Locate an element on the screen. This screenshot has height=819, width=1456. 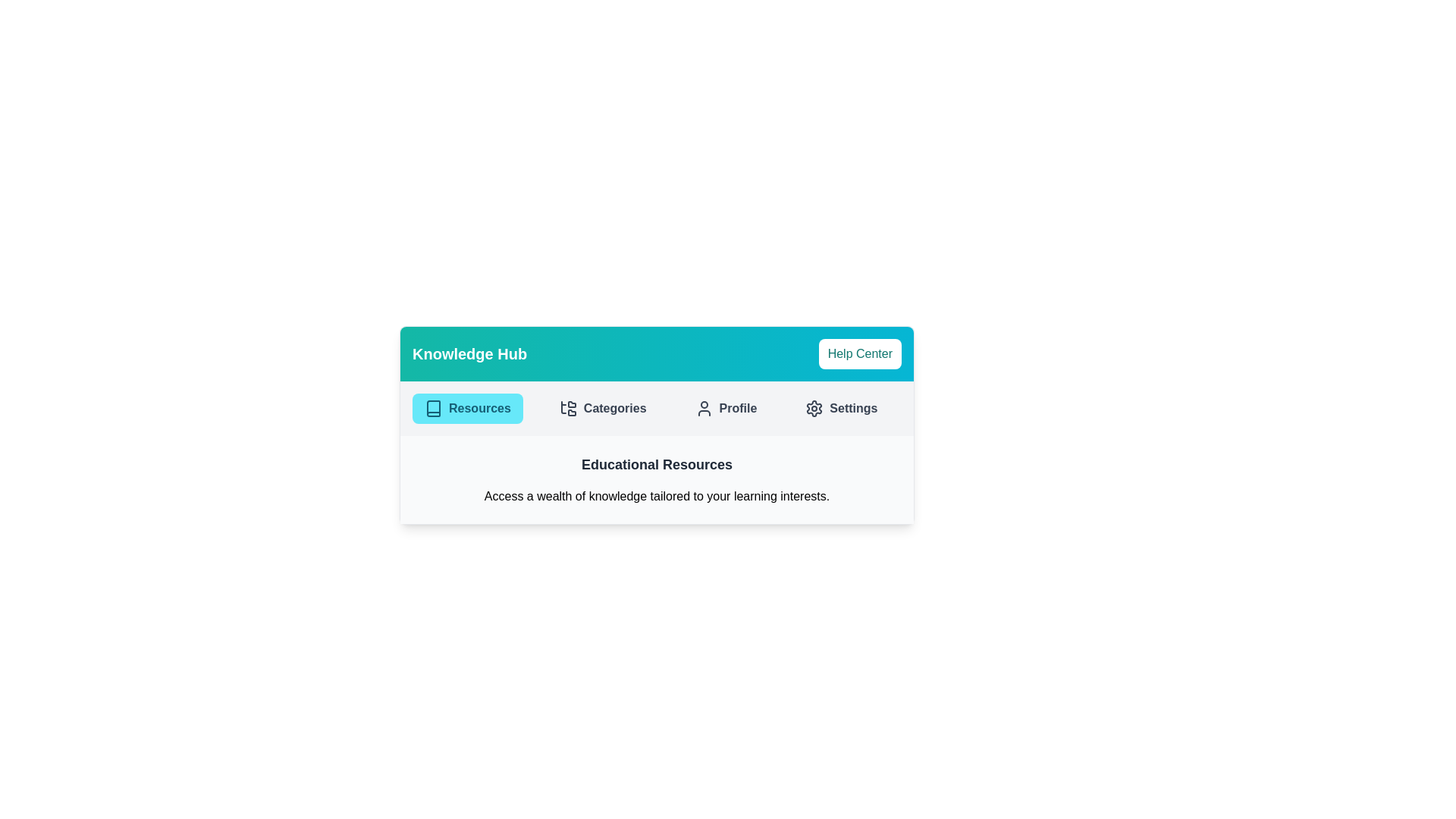
the fourth button in the horizontal menu row, located to the right of the 'Profile' button is located at coordinates (840, 408).